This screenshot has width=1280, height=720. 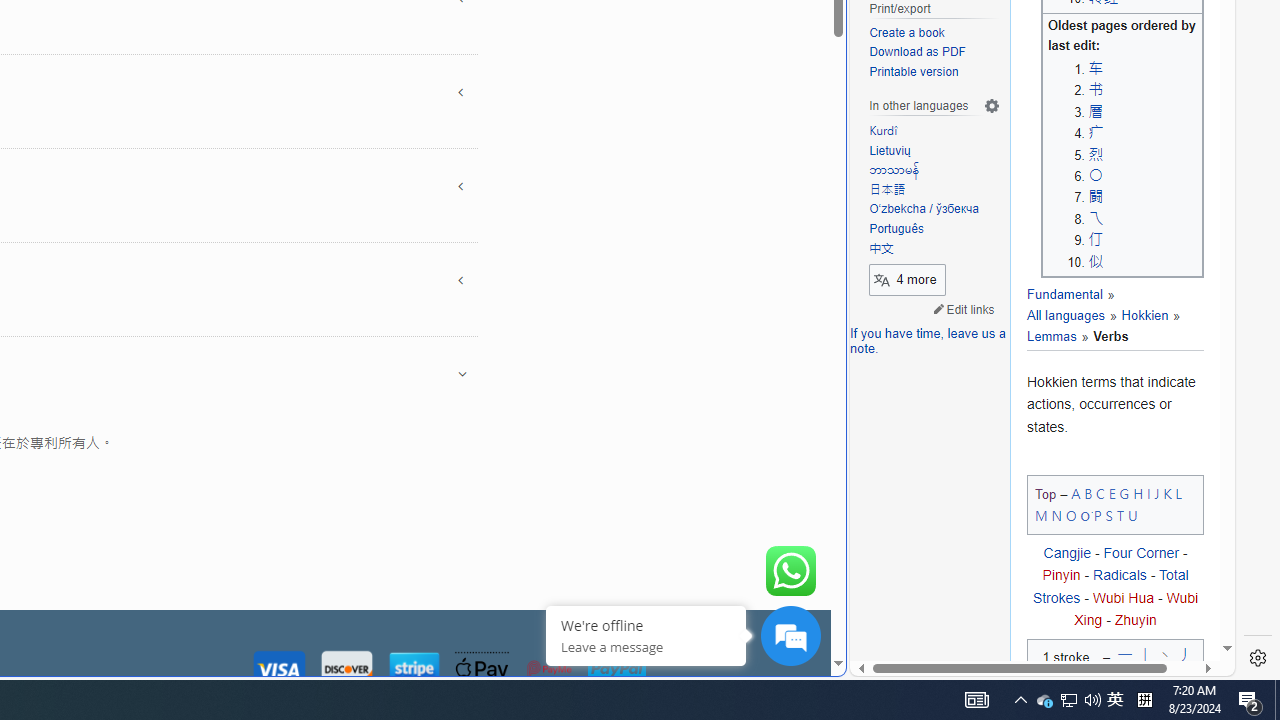 What do you see at coordinates (912, 70) in the screenshot?
I see `'Printable version'` at bounding box center [912, 70].